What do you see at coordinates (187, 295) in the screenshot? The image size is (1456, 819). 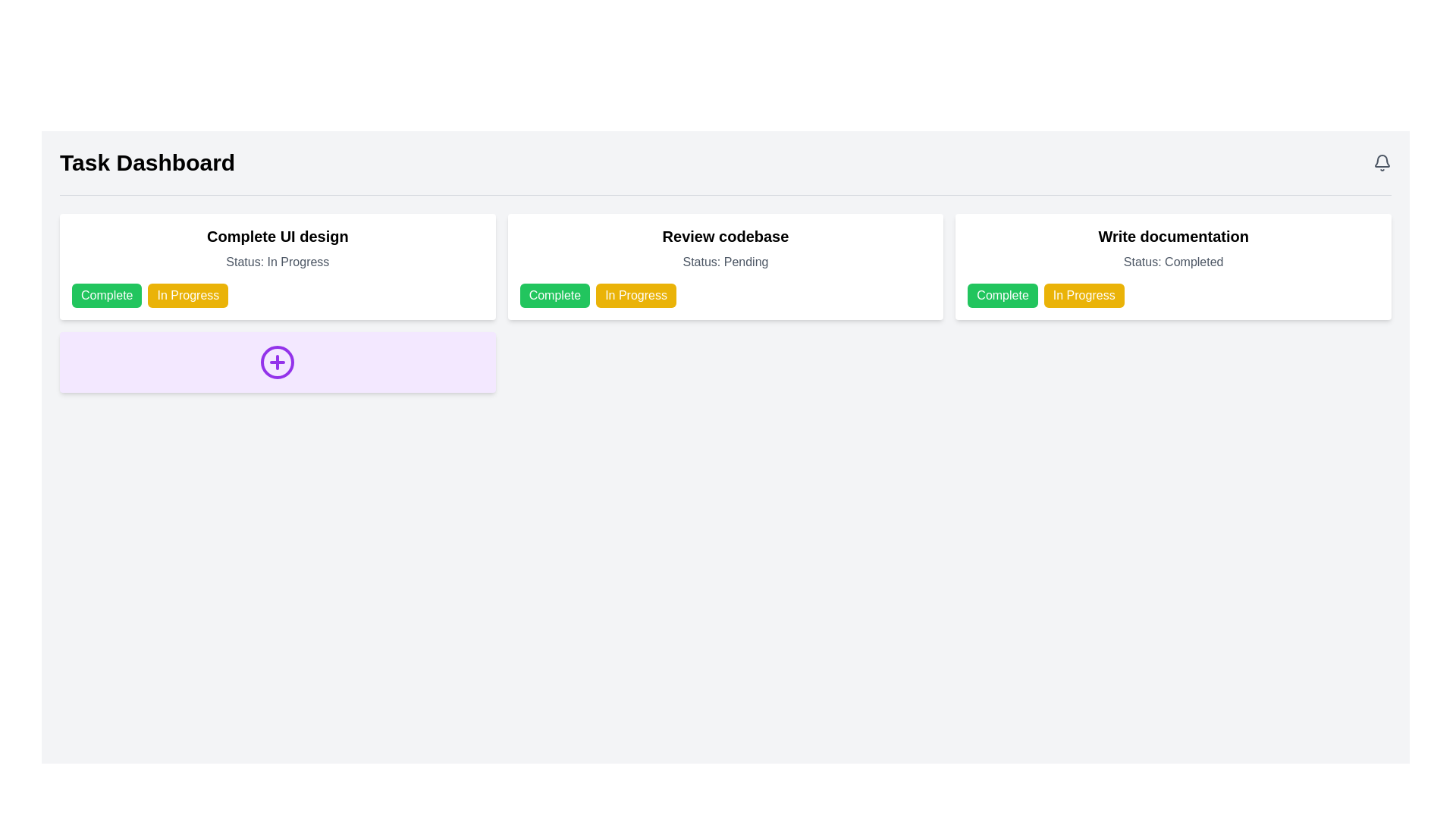 I see `the 'In Progress' button located to the right of the 'Complete' button in the 'Complete UI design' section` at bounding box center [187, 295].